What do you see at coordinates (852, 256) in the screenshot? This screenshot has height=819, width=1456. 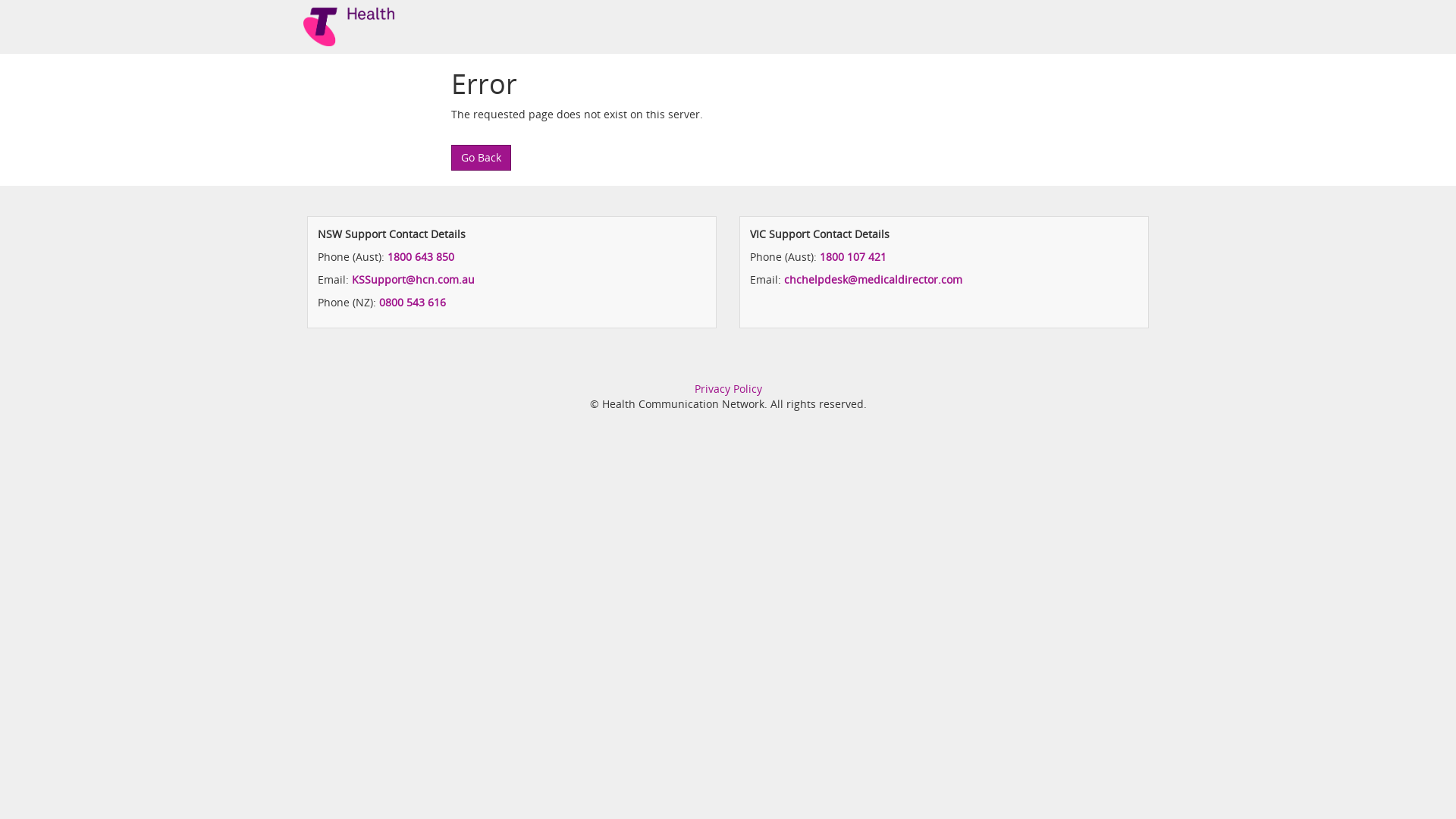 I see `'1800 107 421'` at bounding box center [852, 256].